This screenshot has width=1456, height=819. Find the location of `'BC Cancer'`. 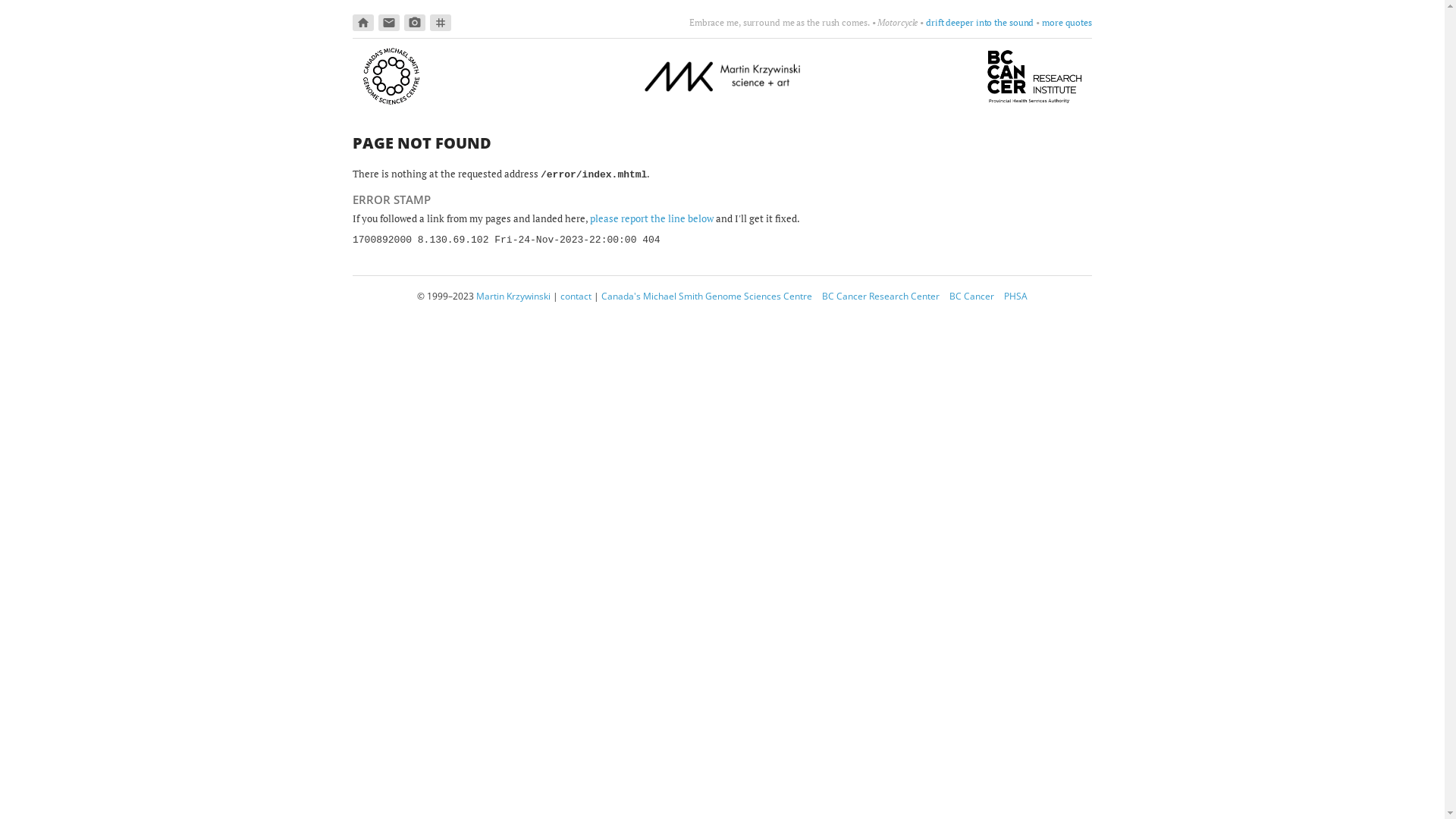

'BC Cancer' is located at coordinates (971, 296).